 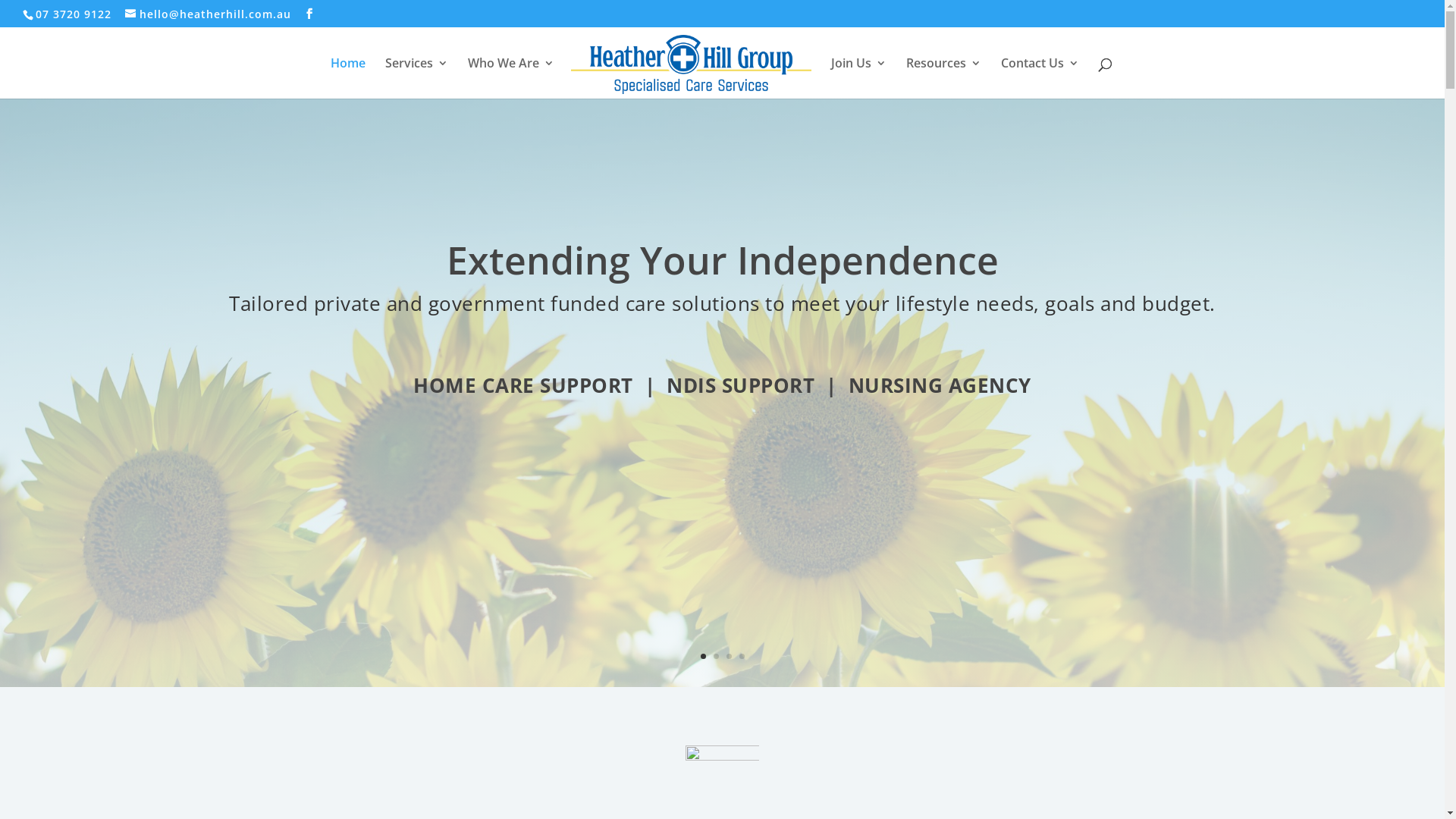 What do you see at coordinates (207, 13) in the screenshot?
I see `'hello@heatherhill.com.au'` at bounding box center [207, 13].